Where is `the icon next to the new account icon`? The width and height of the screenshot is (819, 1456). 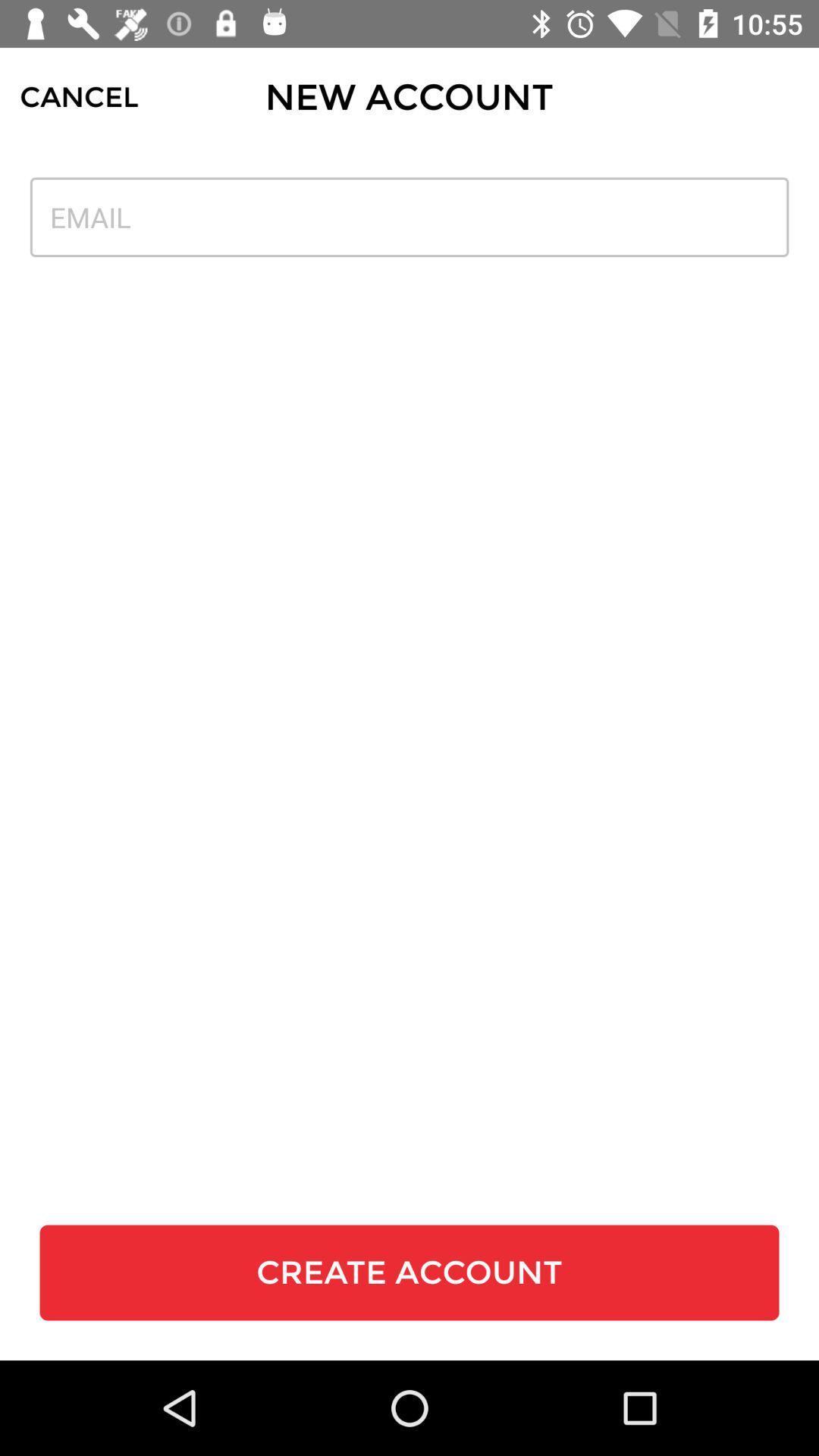 the icon next to the new account icon is located at coordinates (79, 96).